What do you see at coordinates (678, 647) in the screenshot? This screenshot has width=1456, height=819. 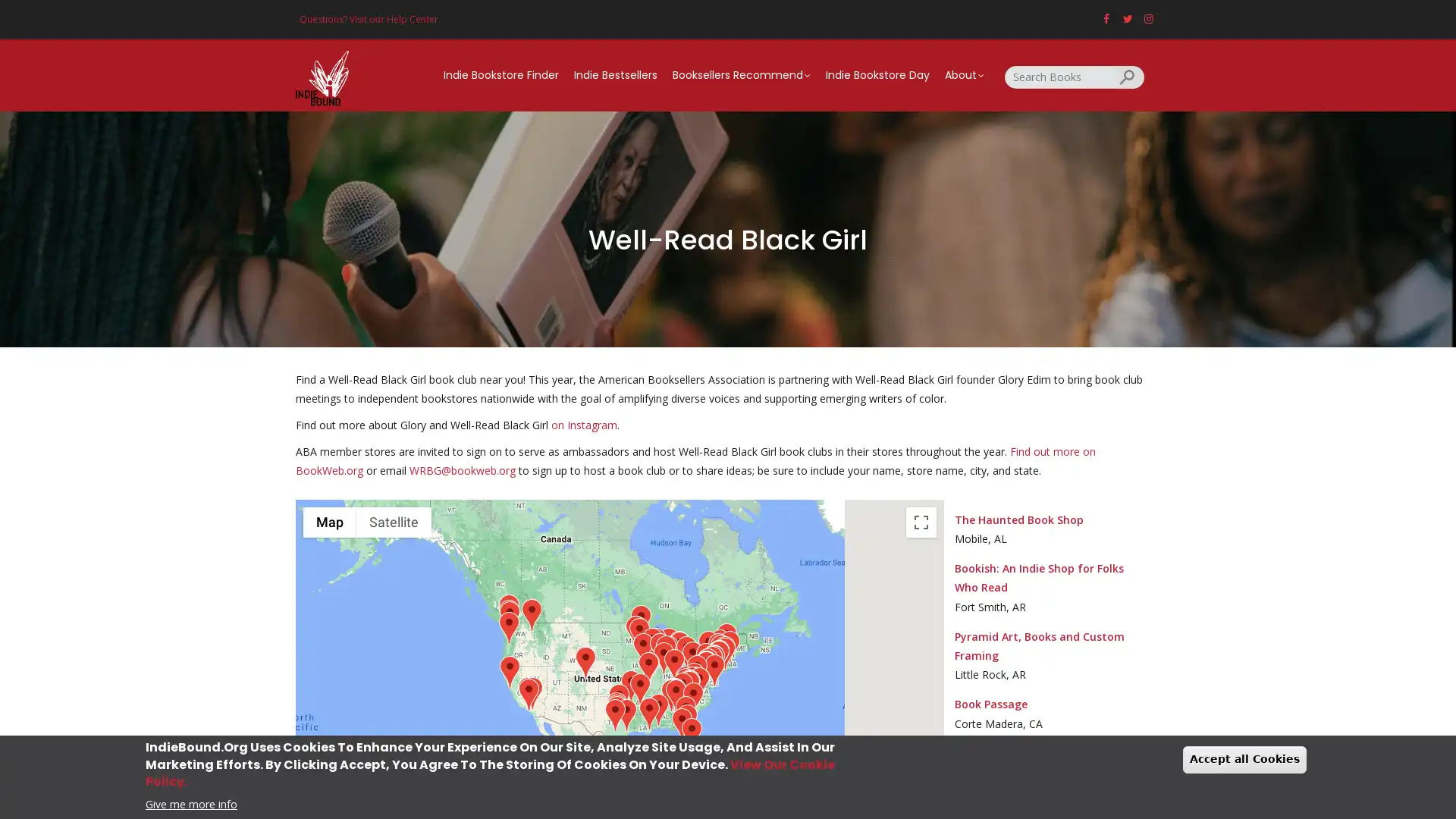 I see `Source Booksellers` at bounding box center [678, 647].